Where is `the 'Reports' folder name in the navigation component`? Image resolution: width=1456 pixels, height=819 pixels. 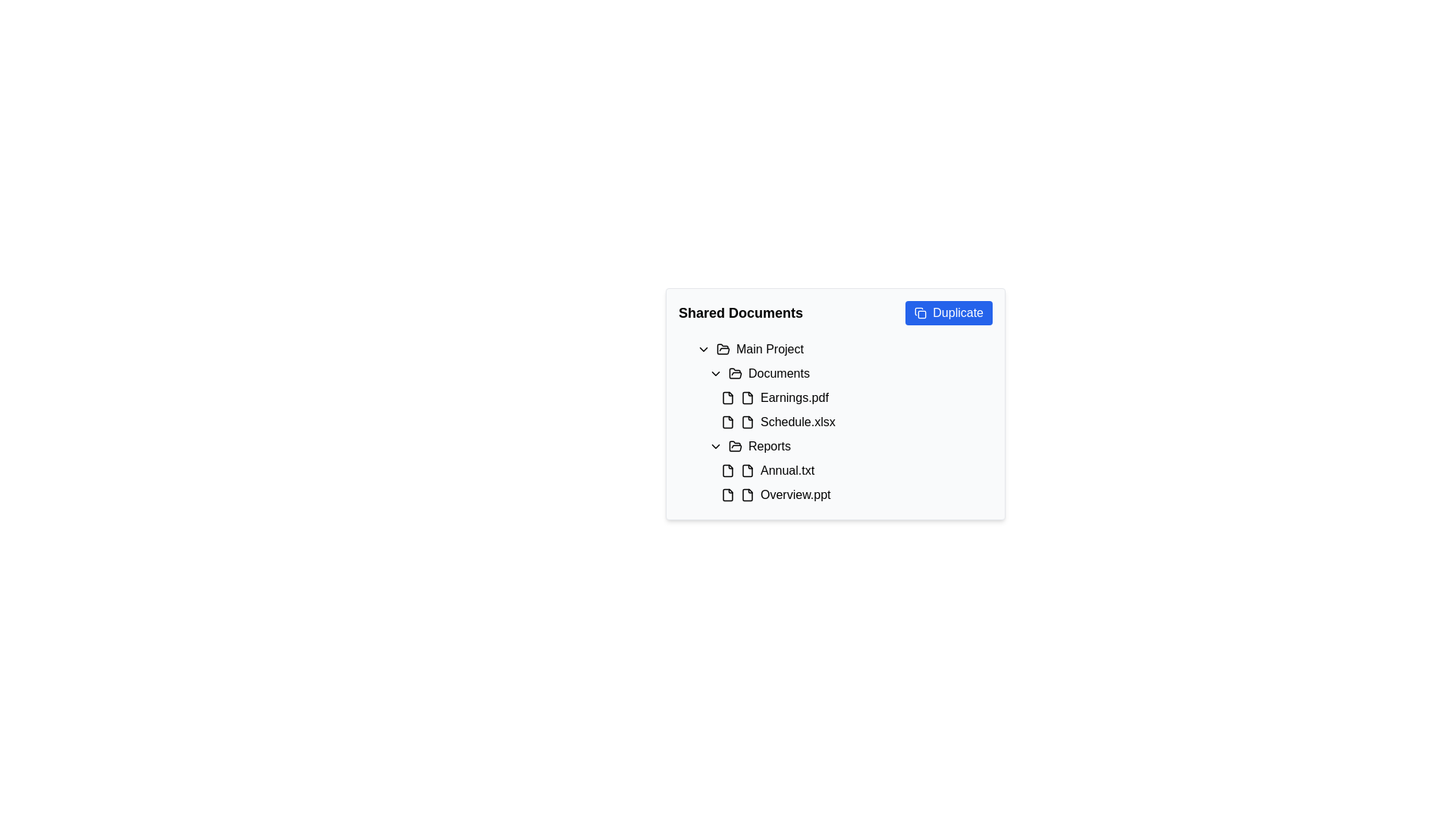
the 'Reports' folder name in the navigation component is located at coordinates (770, 446).